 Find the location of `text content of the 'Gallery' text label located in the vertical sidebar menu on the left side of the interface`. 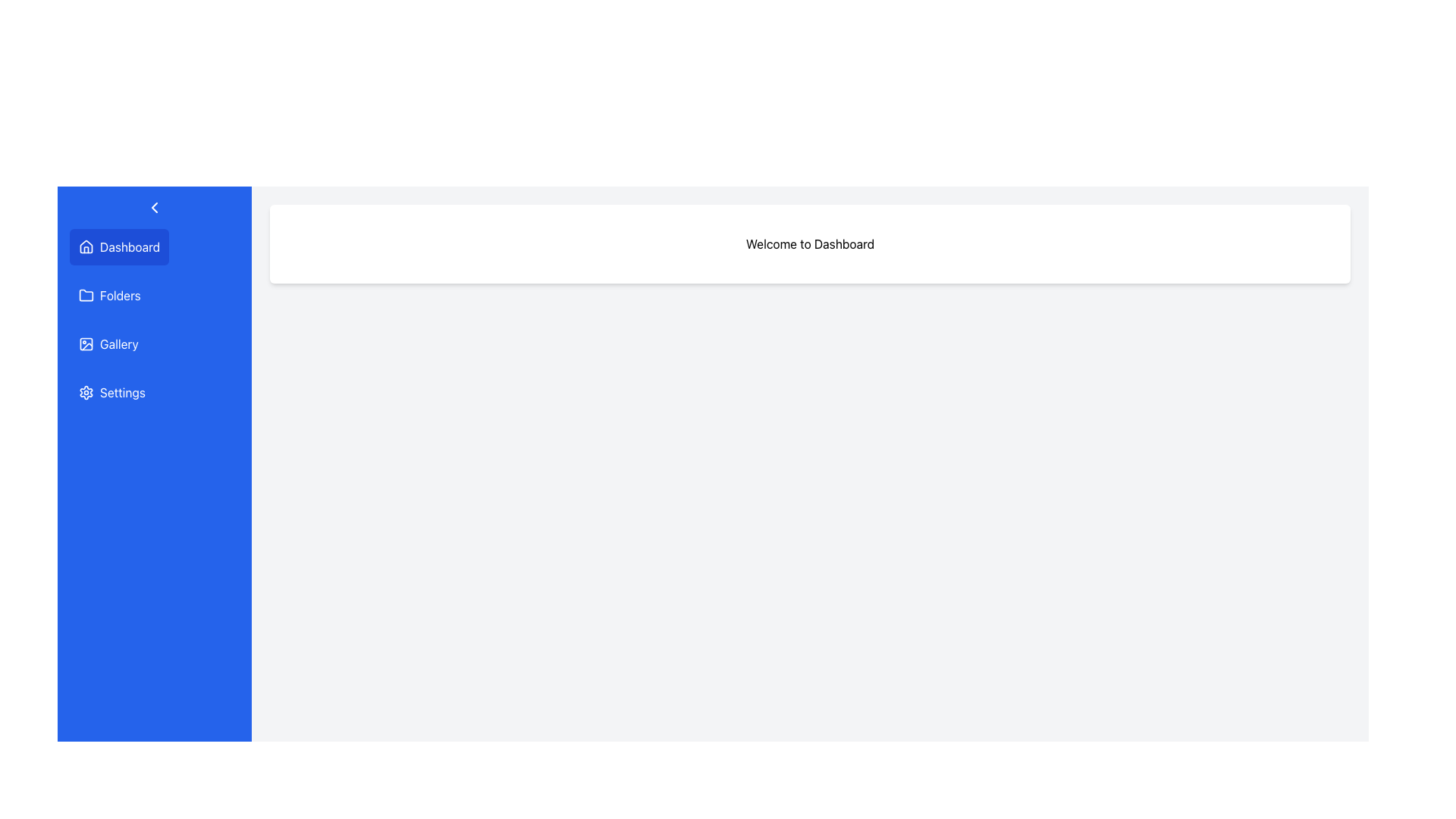

text content of the 'Gallery' text label located in the vertical sidebar menu on the left side of the interface is located at coordinates (118, 344).